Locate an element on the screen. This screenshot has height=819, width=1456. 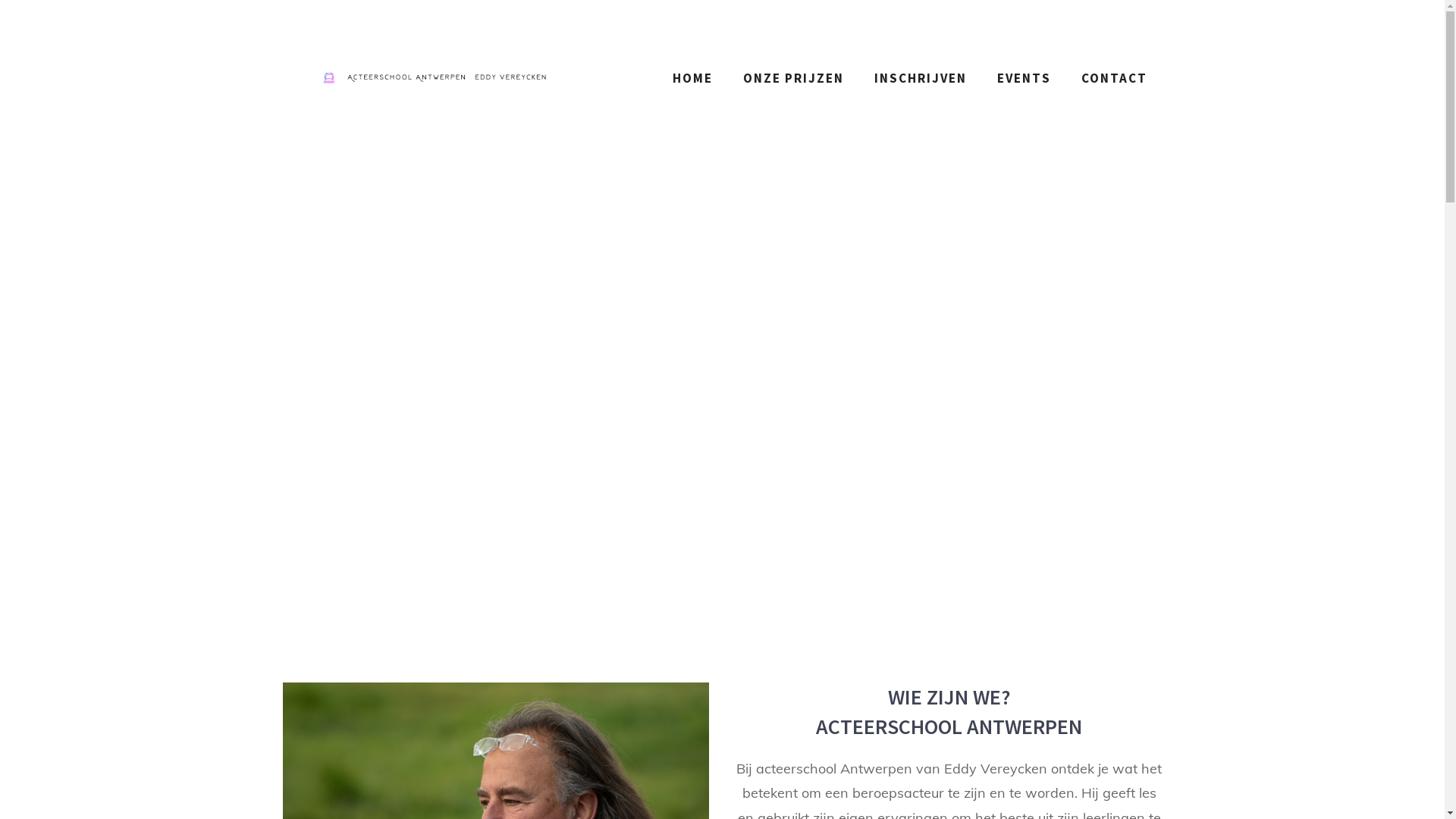
'INSCHRIJVEN' is located at coordinates (919, 78).